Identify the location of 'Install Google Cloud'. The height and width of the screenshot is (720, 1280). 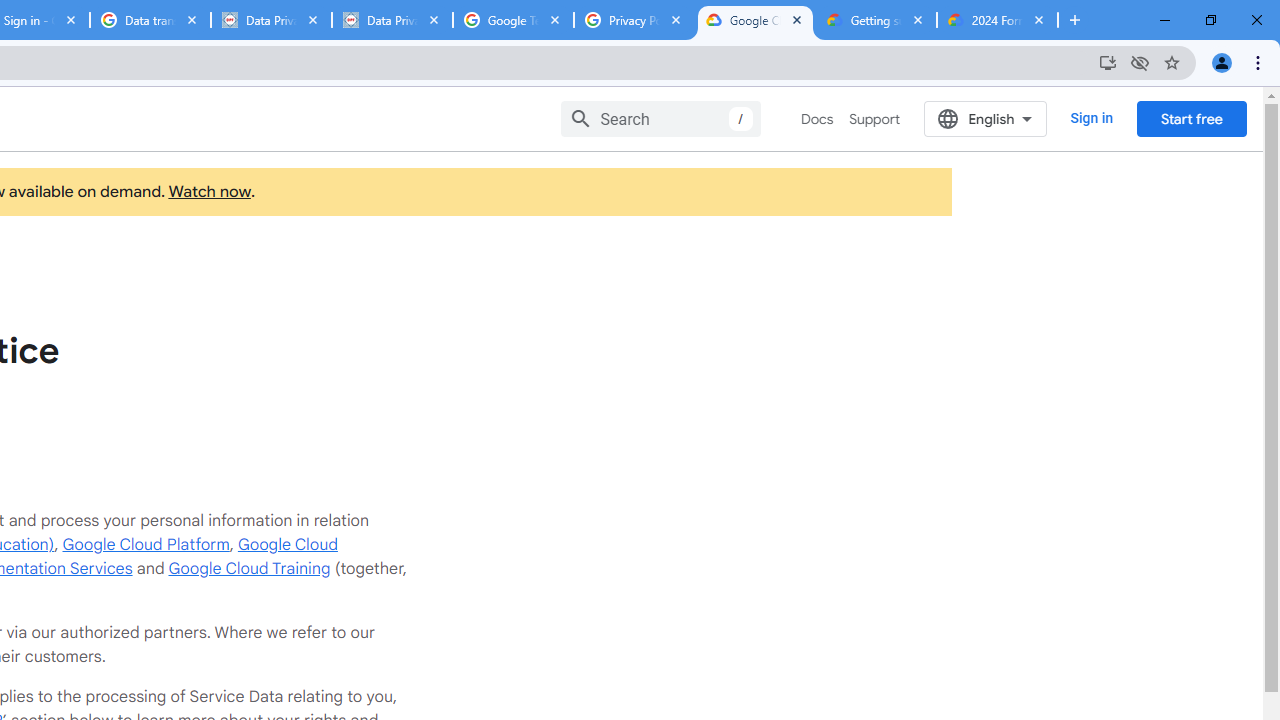
(1106, 61).